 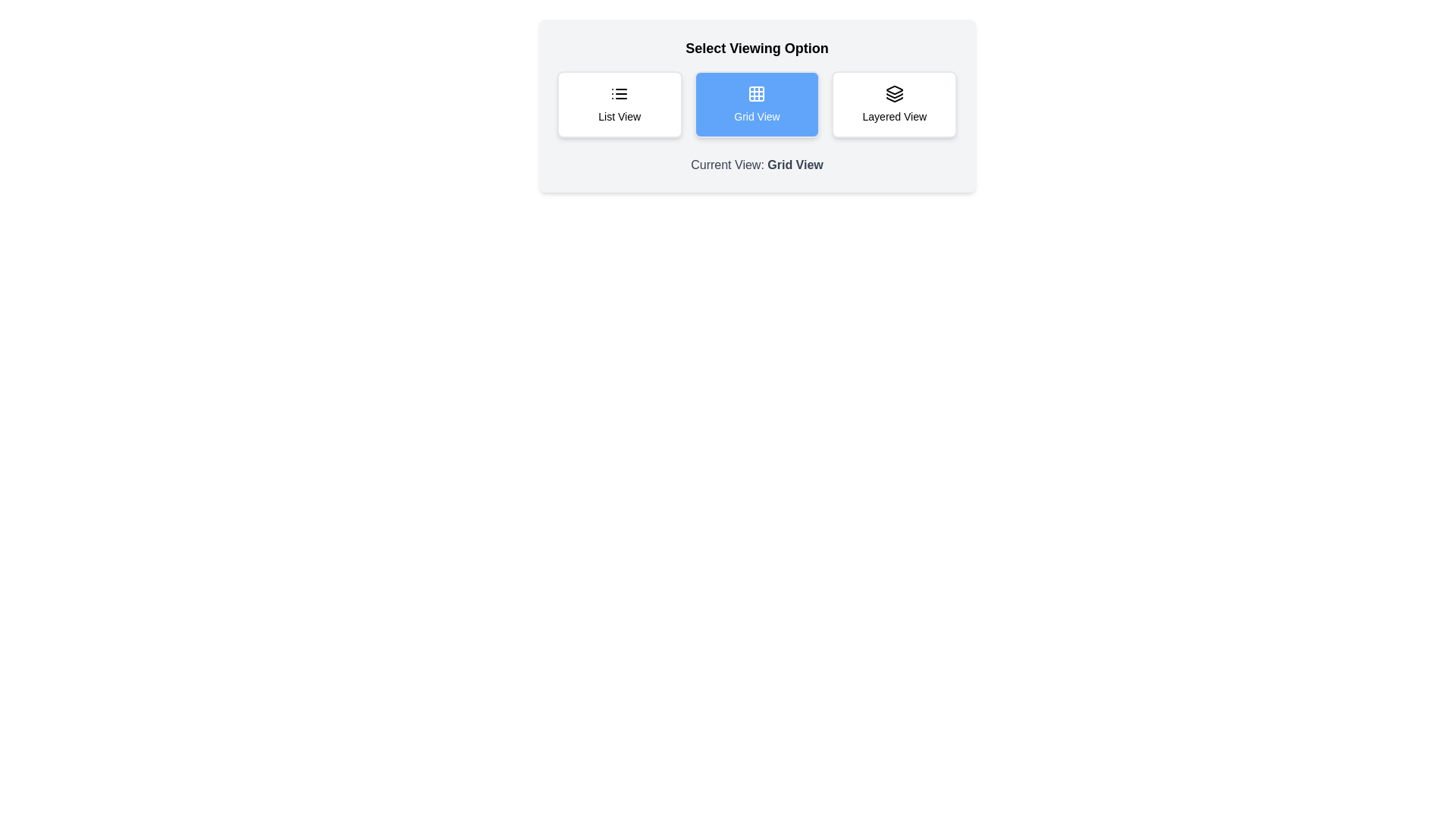 I want to click on the 'Layered View' icon located at the top center of the 'Layered View' card, so click(x=894, y=93).